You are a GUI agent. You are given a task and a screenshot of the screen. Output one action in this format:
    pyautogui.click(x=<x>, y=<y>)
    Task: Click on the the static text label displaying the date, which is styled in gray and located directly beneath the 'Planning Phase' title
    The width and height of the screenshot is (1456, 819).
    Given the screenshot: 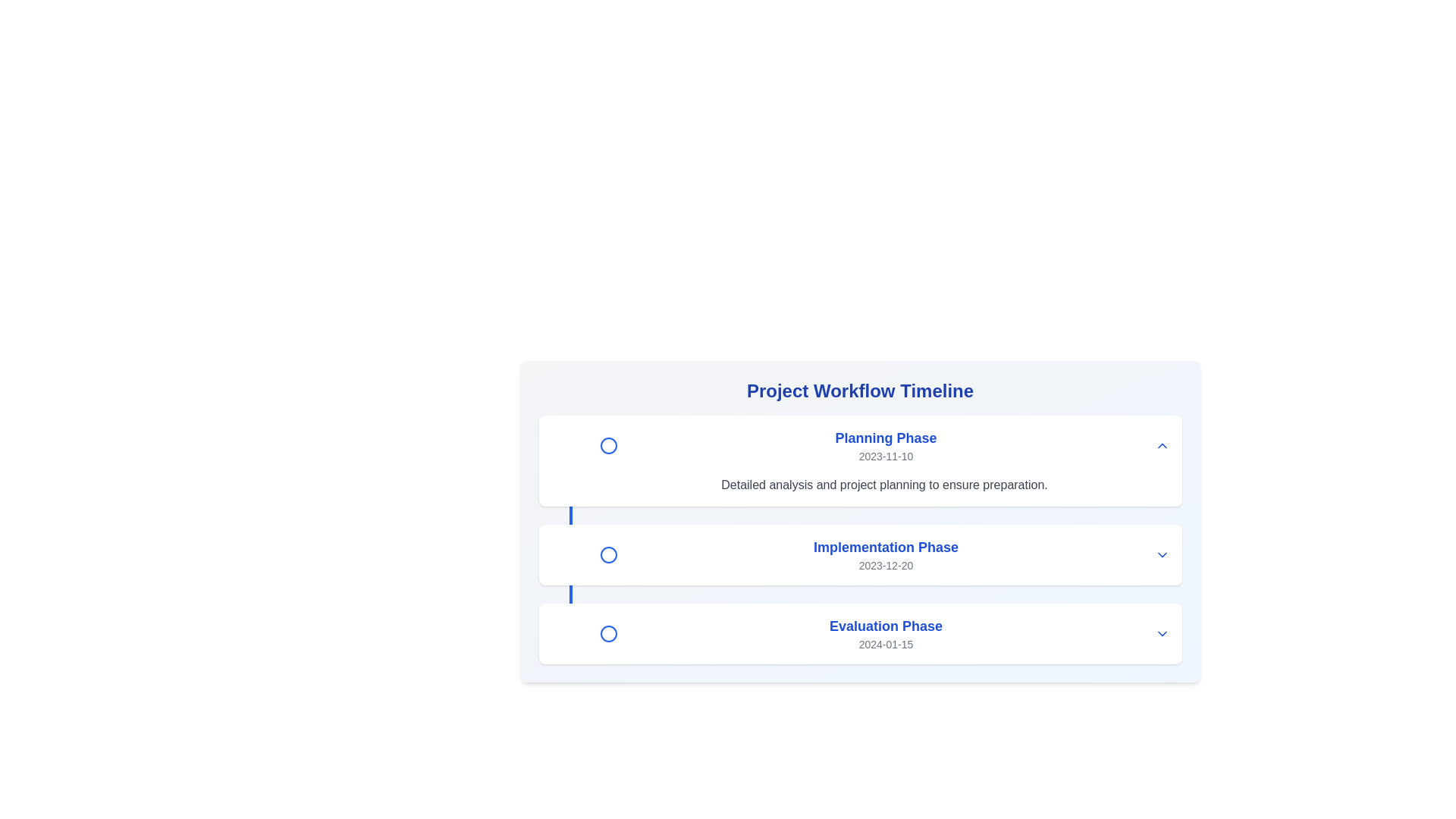 What is the action you would take?
    pyautogui.click(x=886, y=455)
    